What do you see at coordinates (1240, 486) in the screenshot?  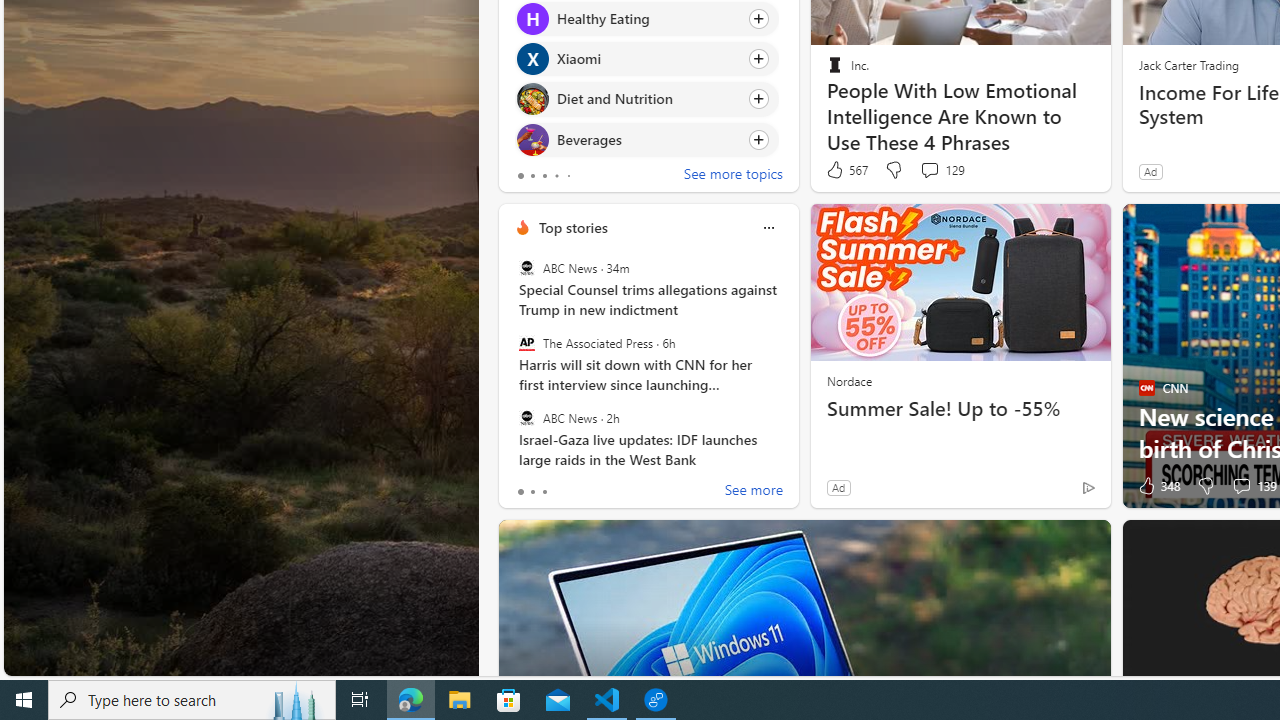 I see `'View comments 139 Comment'` at bounding box center [1240, 486].